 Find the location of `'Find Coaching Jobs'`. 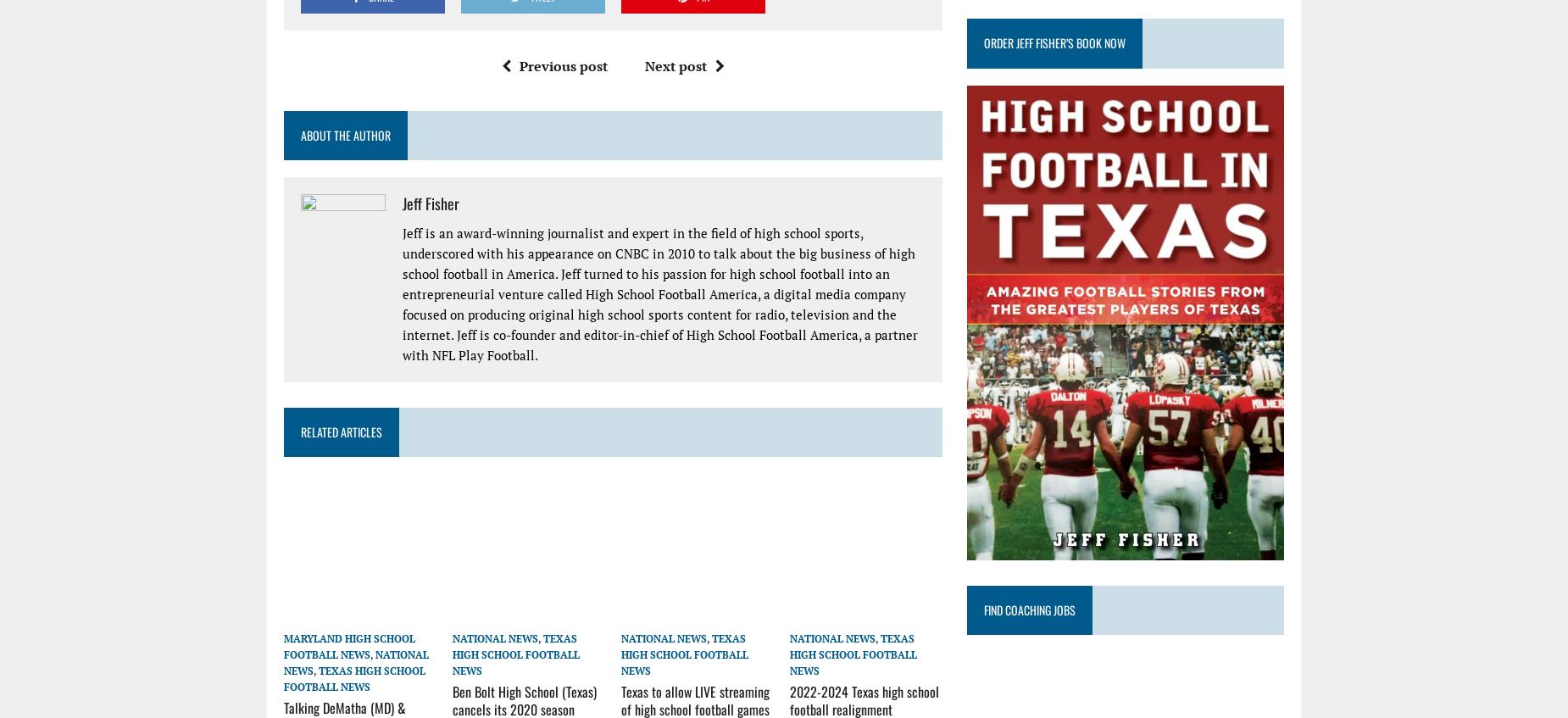

'Find Coaching Jobs' is located at coordinates (1029, 609).